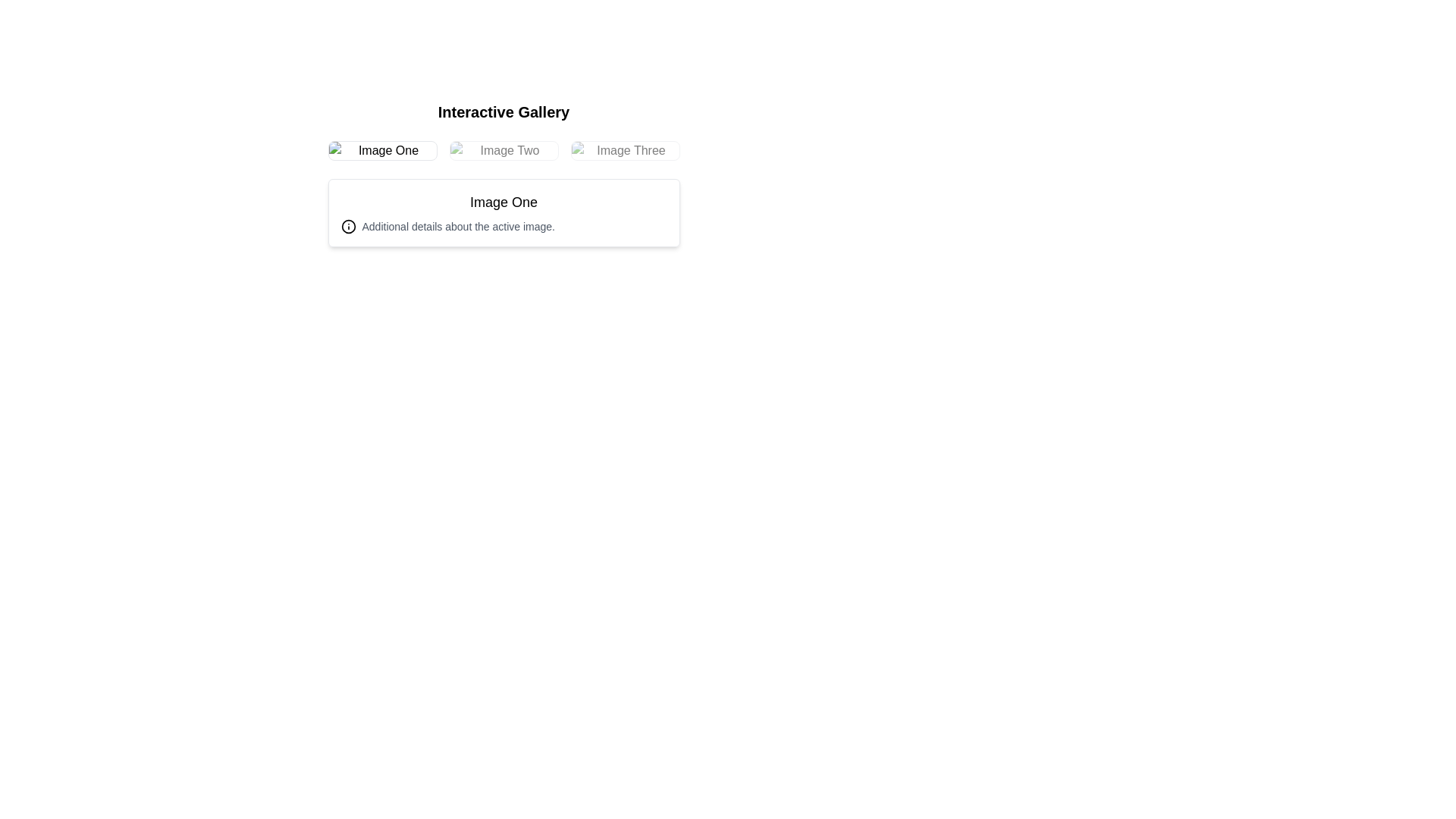  I want to click on the outermost circle of the information icon located in the center-left region of the 'Additional details about the active image' section, so click(347, 227).